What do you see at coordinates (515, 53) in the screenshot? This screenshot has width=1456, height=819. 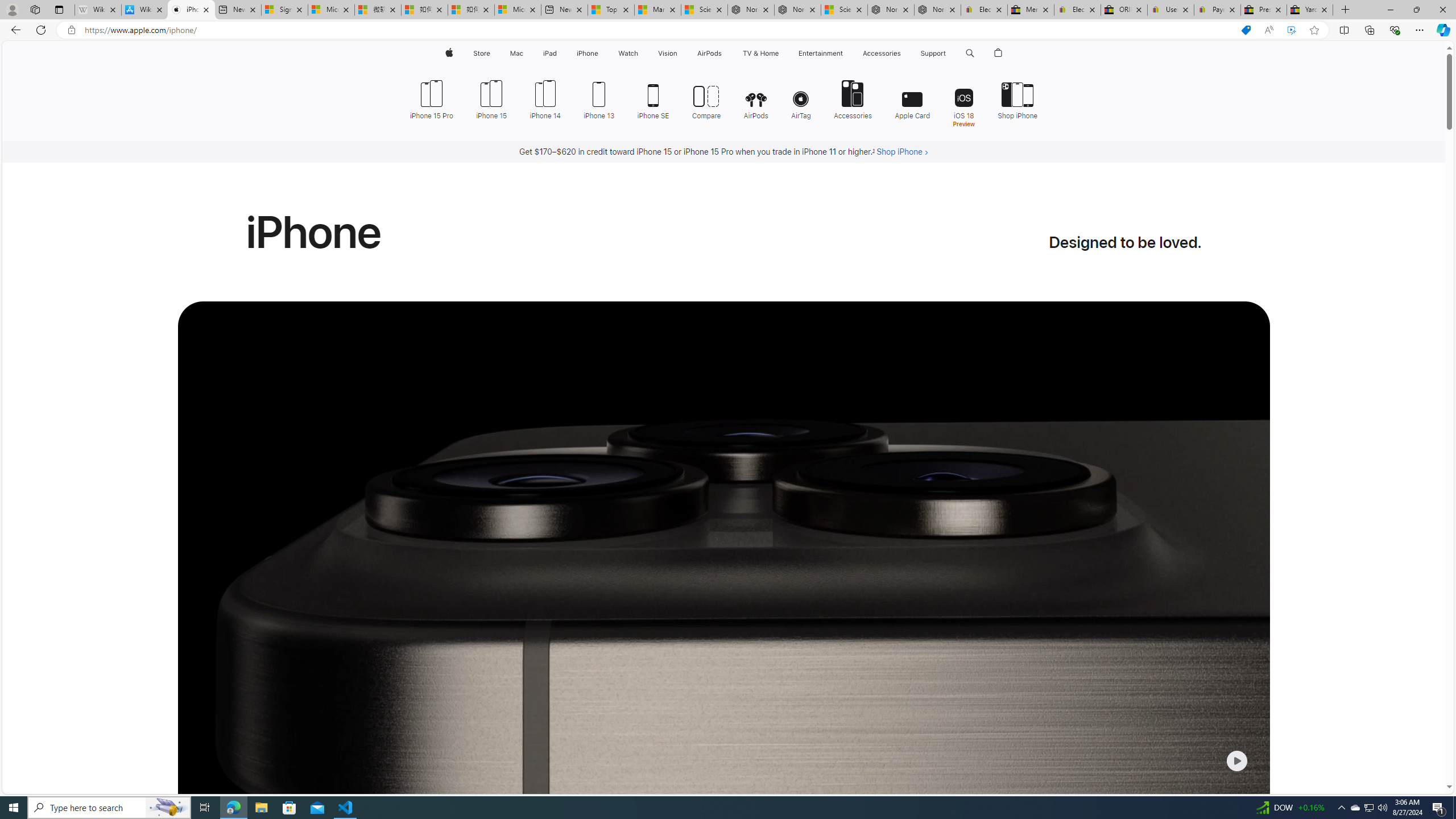 I see `'Mac'` at bounding box center [515, 53].